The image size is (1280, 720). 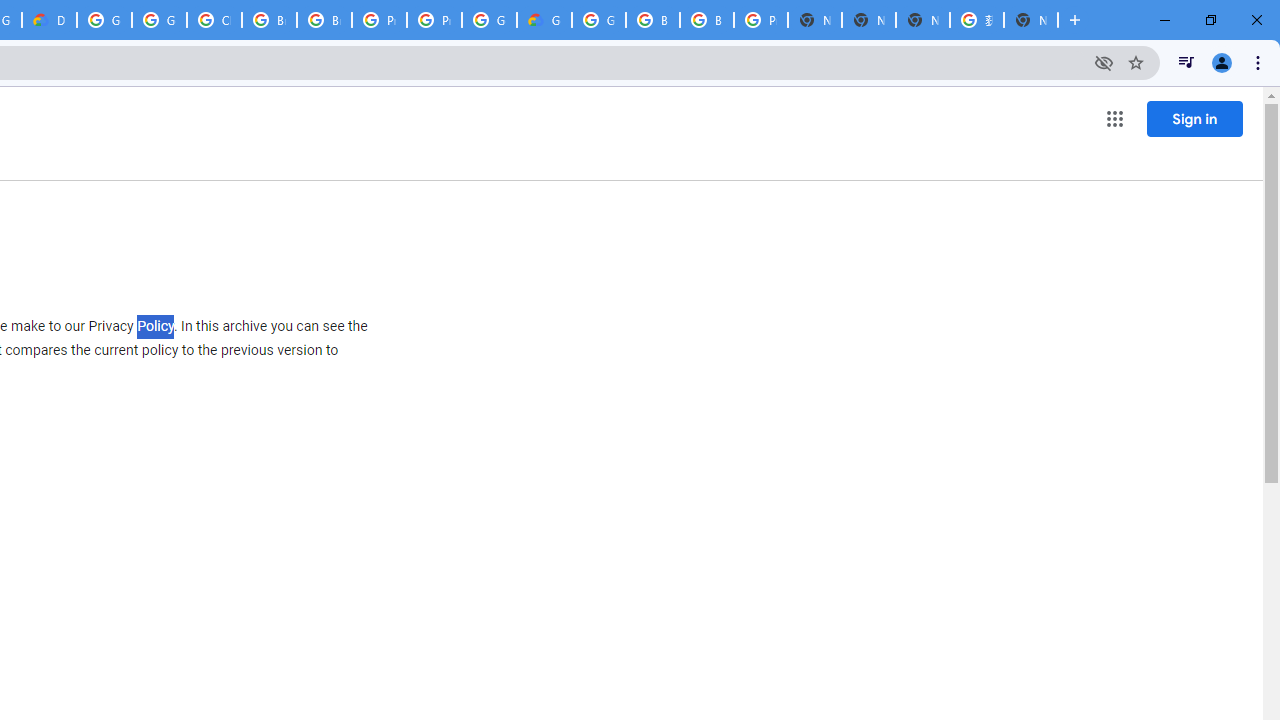 I want to click on 'Google Cloud Estimate Summary', so click(x=544, y=20).